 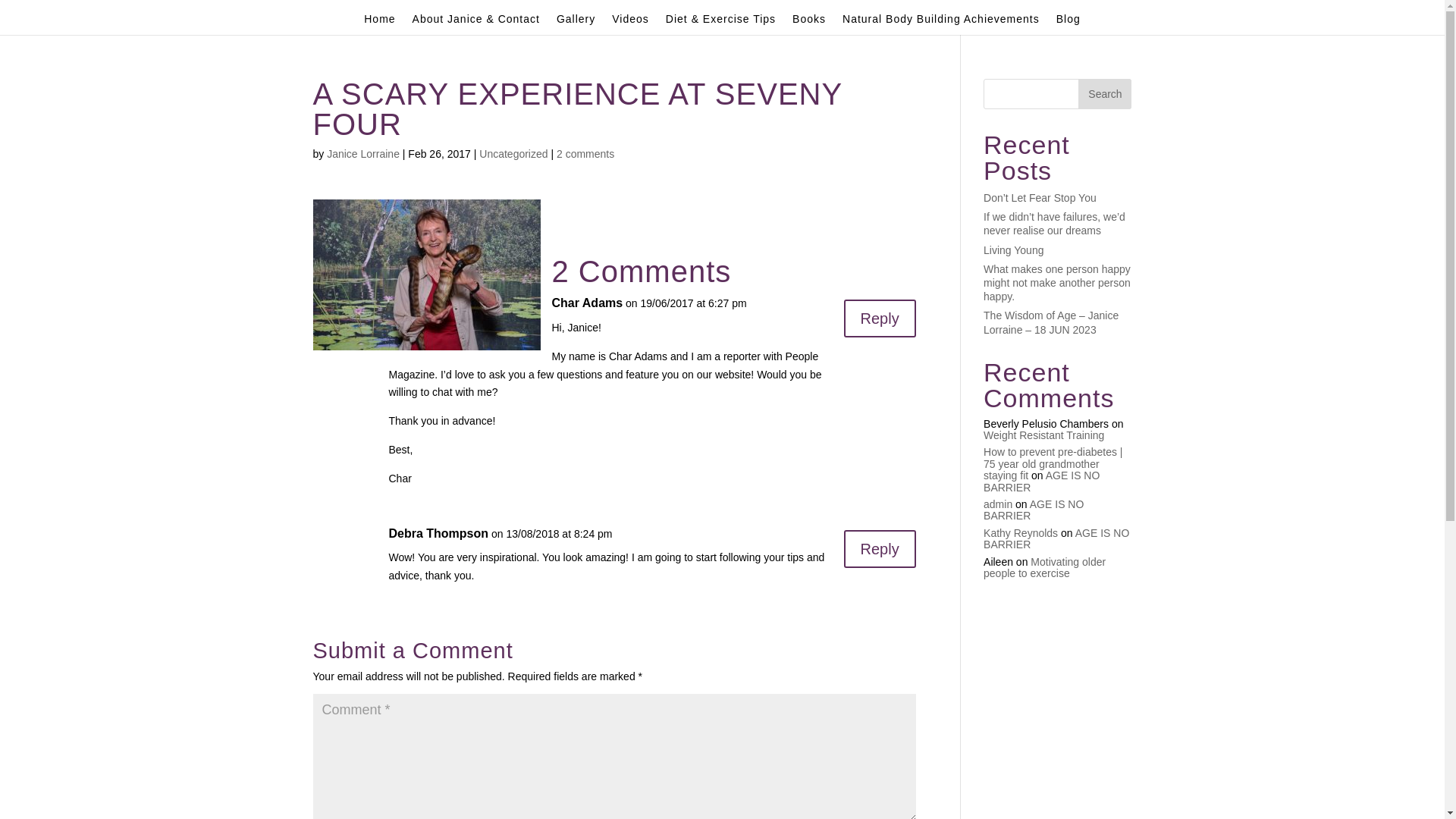 What do you see at coordinates (666, 24) in the screenshot?
I see `'Diet & Exercise Tips'` at bounding box center [666, 24].